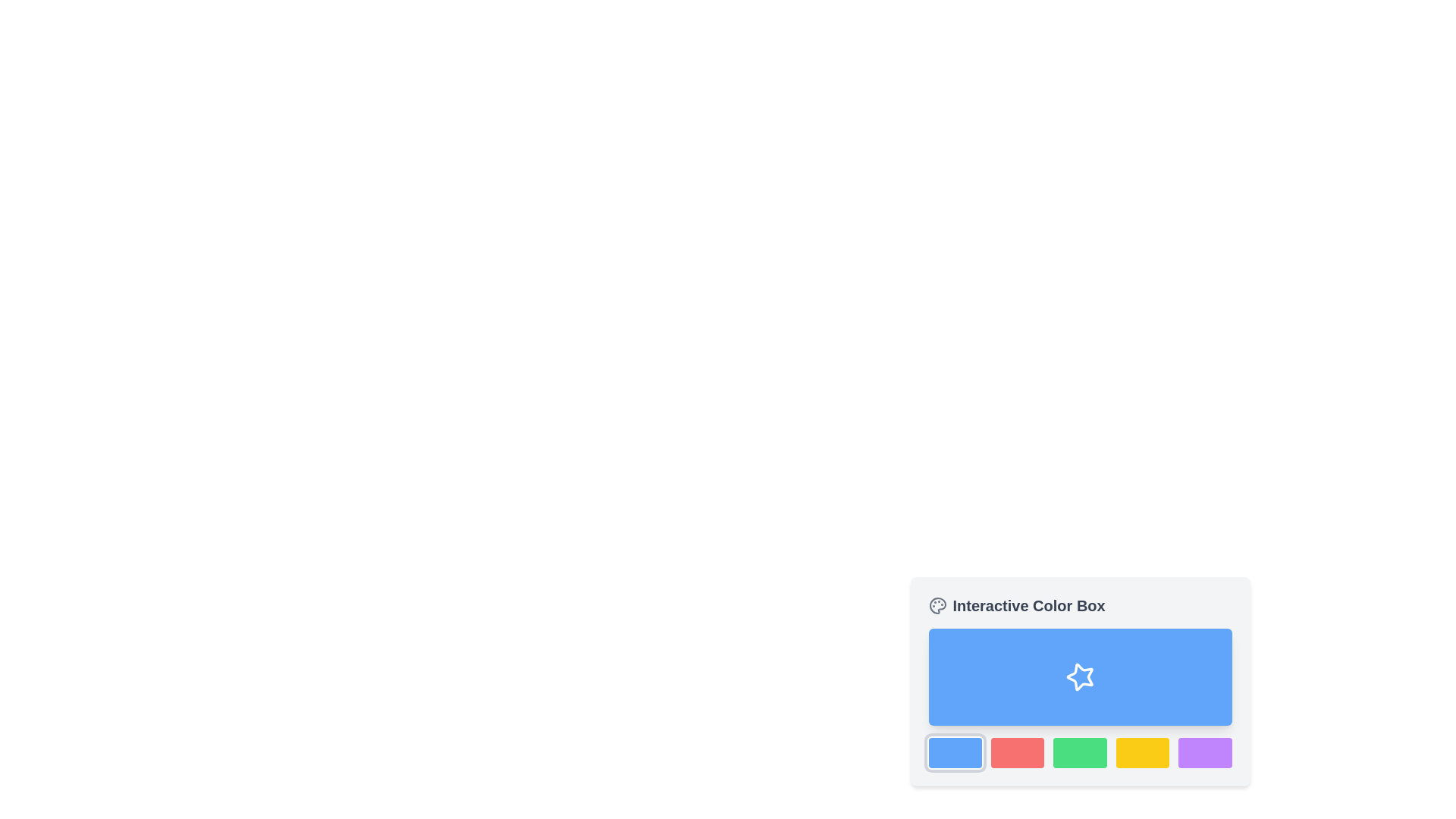 This screenshot has height=819, width=1456. What do you see at coordinates (1018, 752) in the screenshot?
I see `the second button in the color selection interface` at bounding box center [1018, 752].